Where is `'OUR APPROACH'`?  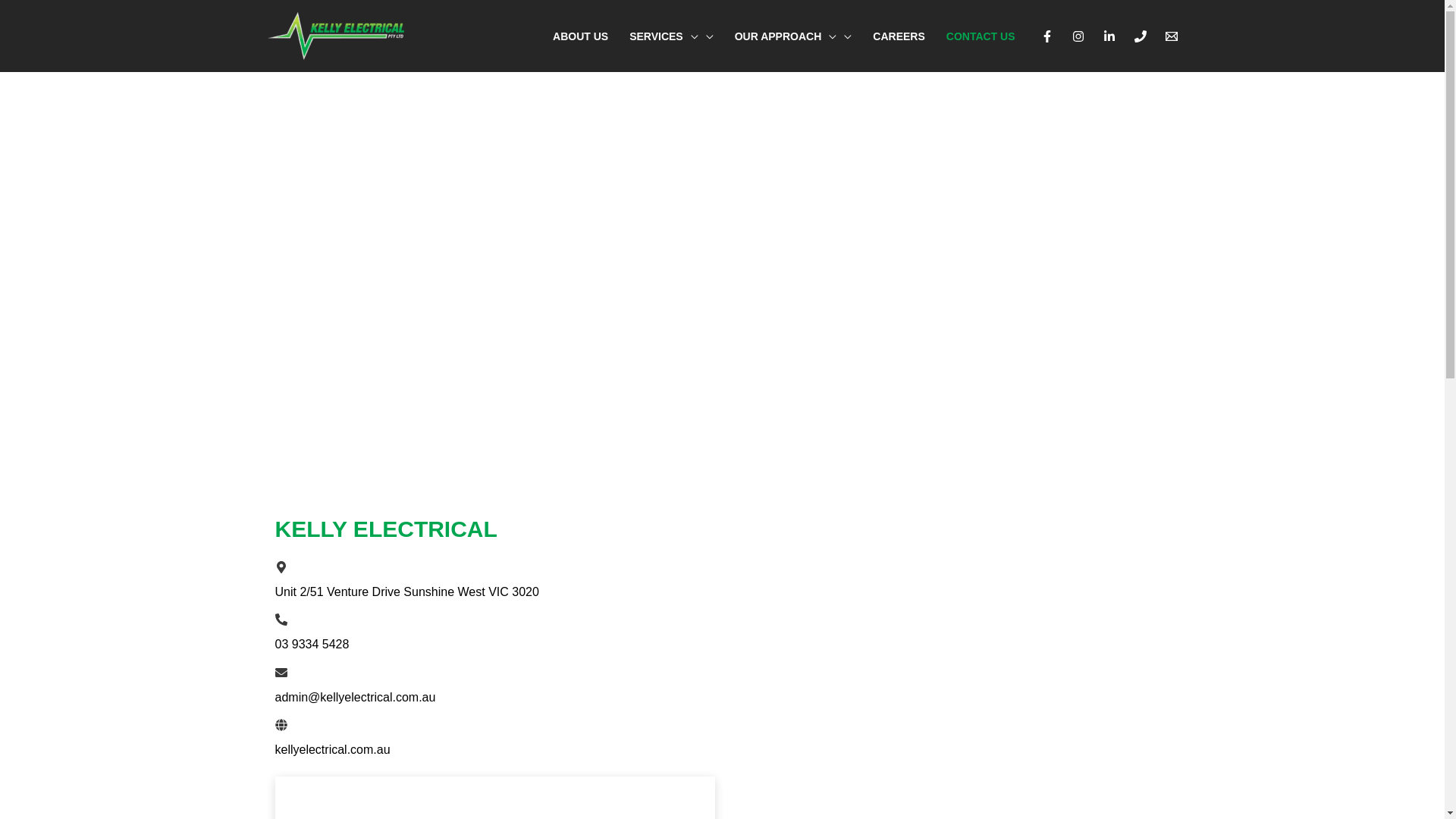
'OUR APPROACH' is located at coordinates (792, 35).